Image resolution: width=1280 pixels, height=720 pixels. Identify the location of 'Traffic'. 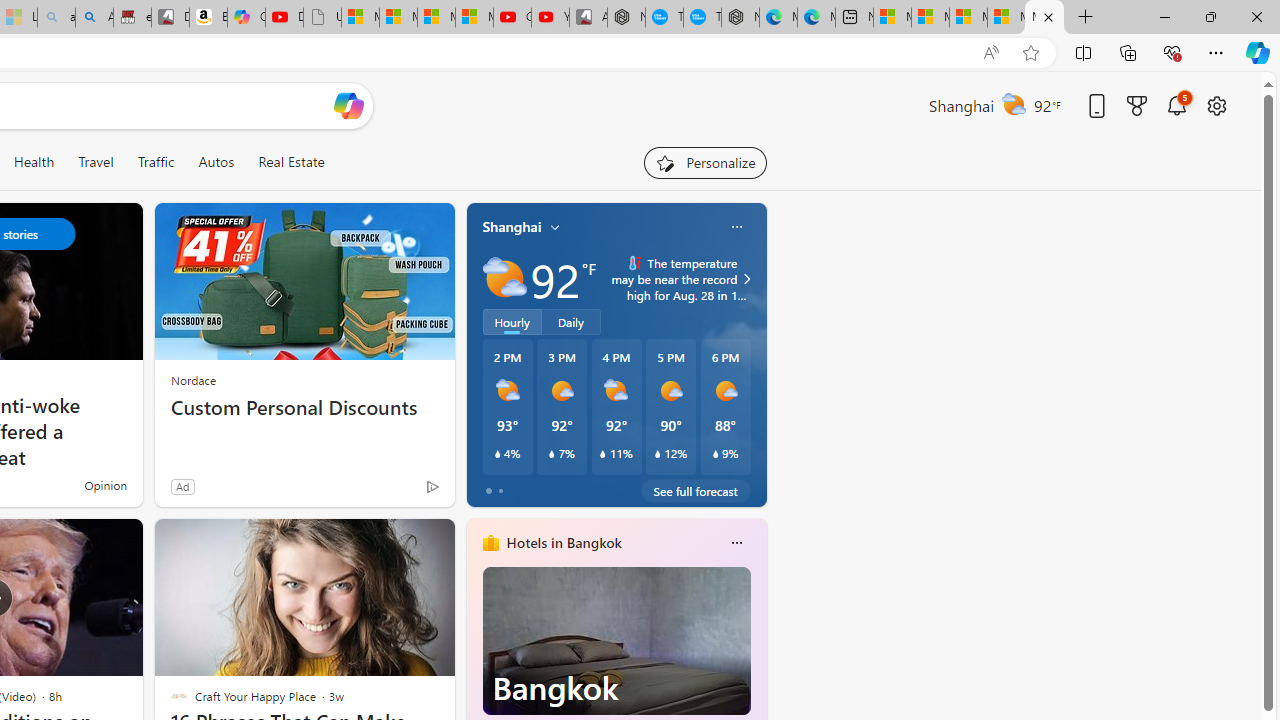
(154, 161).